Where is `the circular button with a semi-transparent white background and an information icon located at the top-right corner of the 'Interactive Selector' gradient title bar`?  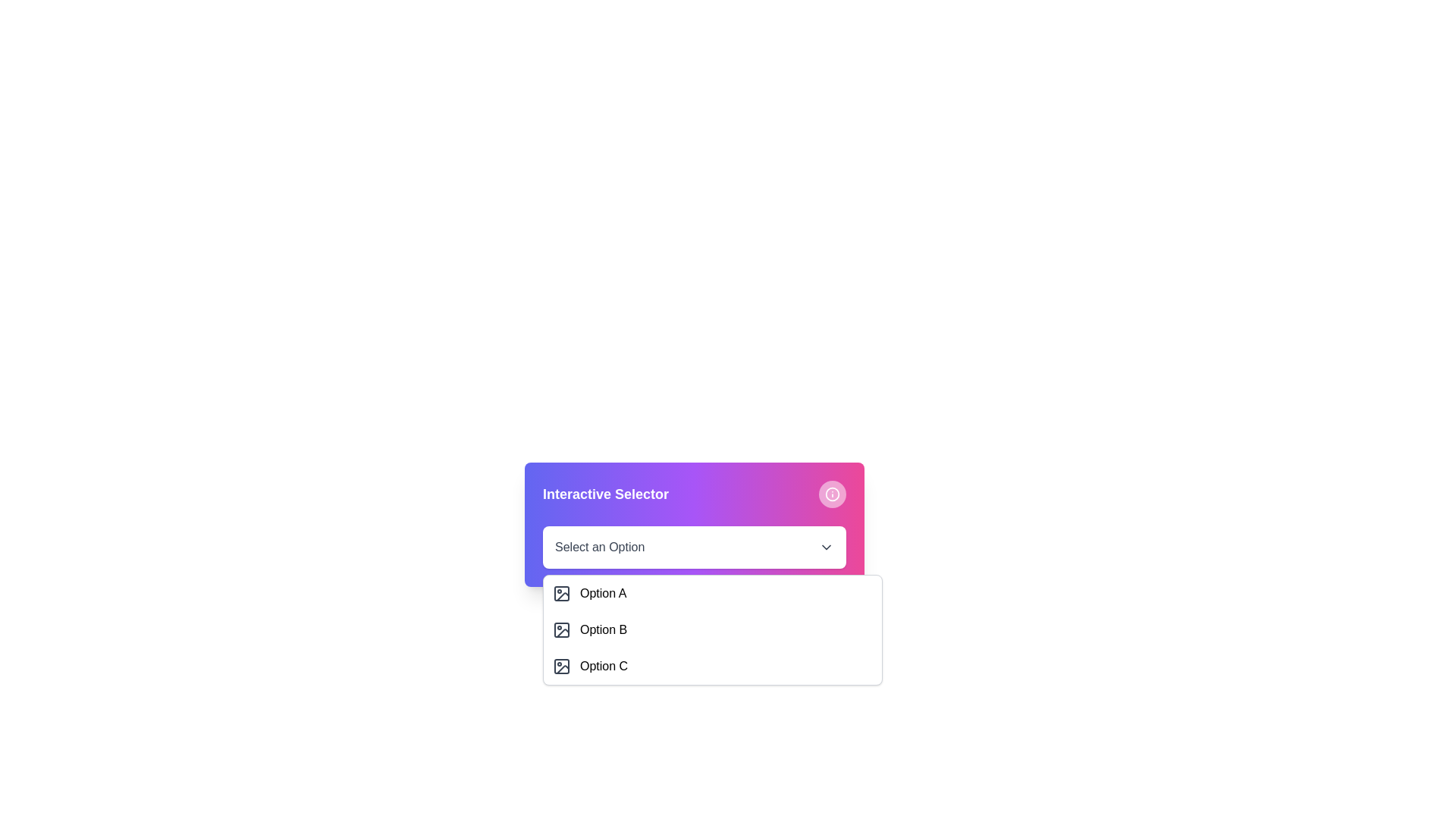
the circular button with a semi-transparent white background and an information icon located at the top-right corner of the 'Interactive Selector' gradient title bar is located at coordinates (832, 494).